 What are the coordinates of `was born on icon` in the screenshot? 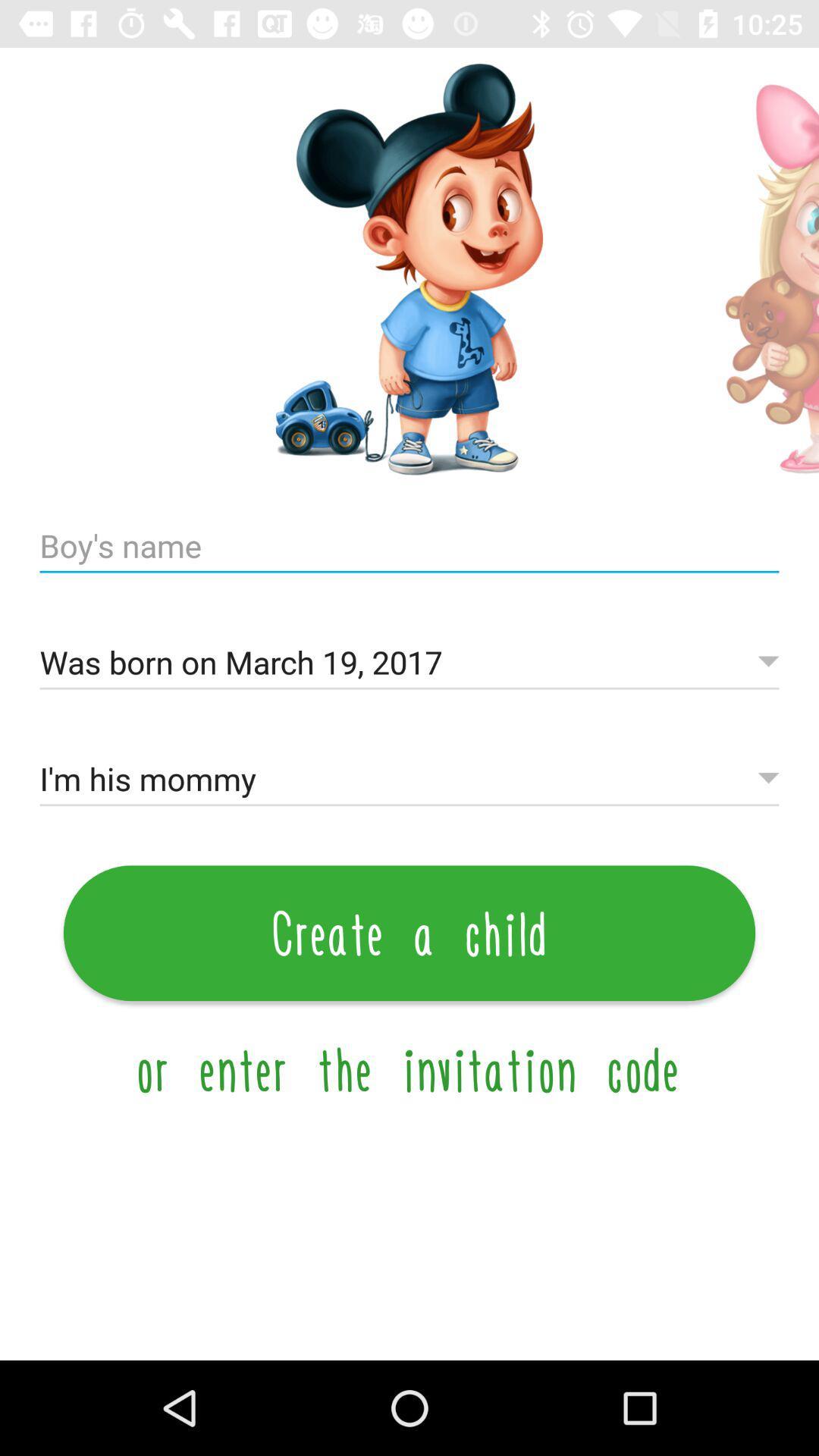 It's located at (409, 663).